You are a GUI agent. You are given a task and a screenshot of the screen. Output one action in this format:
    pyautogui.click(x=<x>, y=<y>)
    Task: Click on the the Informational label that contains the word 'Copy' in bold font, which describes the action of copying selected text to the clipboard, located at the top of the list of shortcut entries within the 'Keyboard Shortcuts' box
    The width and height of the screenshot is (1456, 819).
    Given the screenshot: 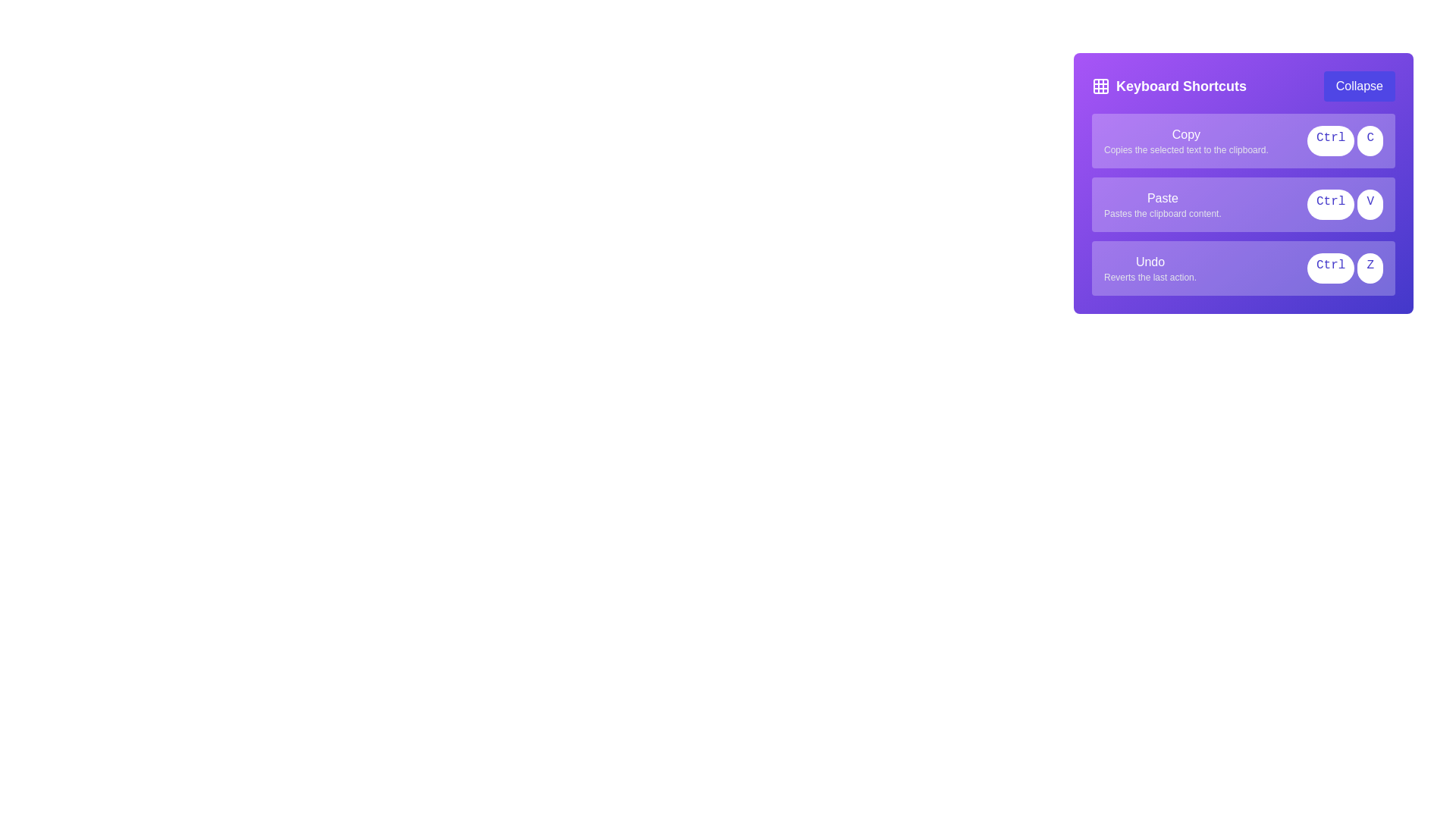 What is the action you would take?
    pyautogui.click(x=1185, y=140)
    